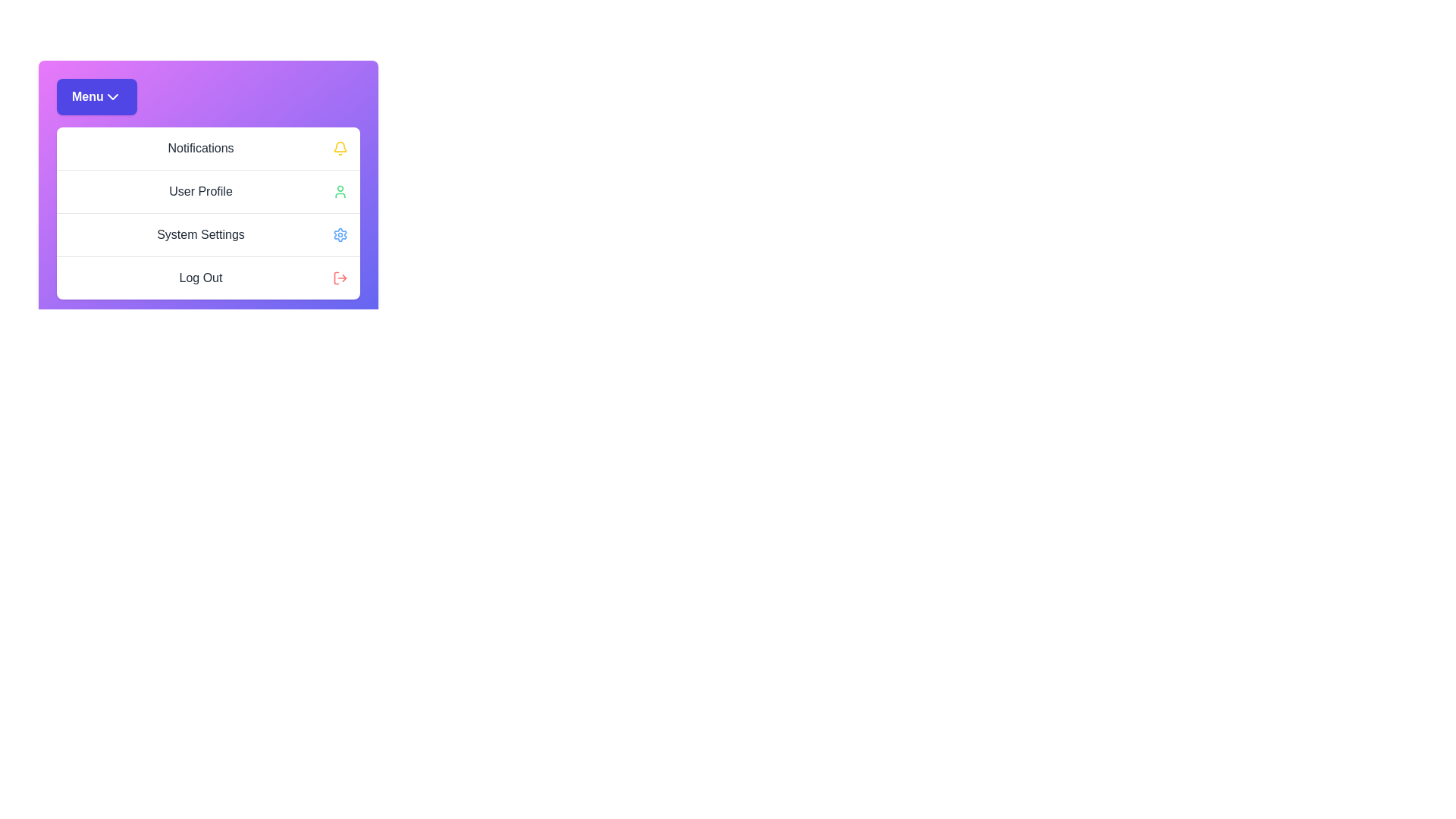  I want to click on the menu item labeled User Profile, so click(207, 190).